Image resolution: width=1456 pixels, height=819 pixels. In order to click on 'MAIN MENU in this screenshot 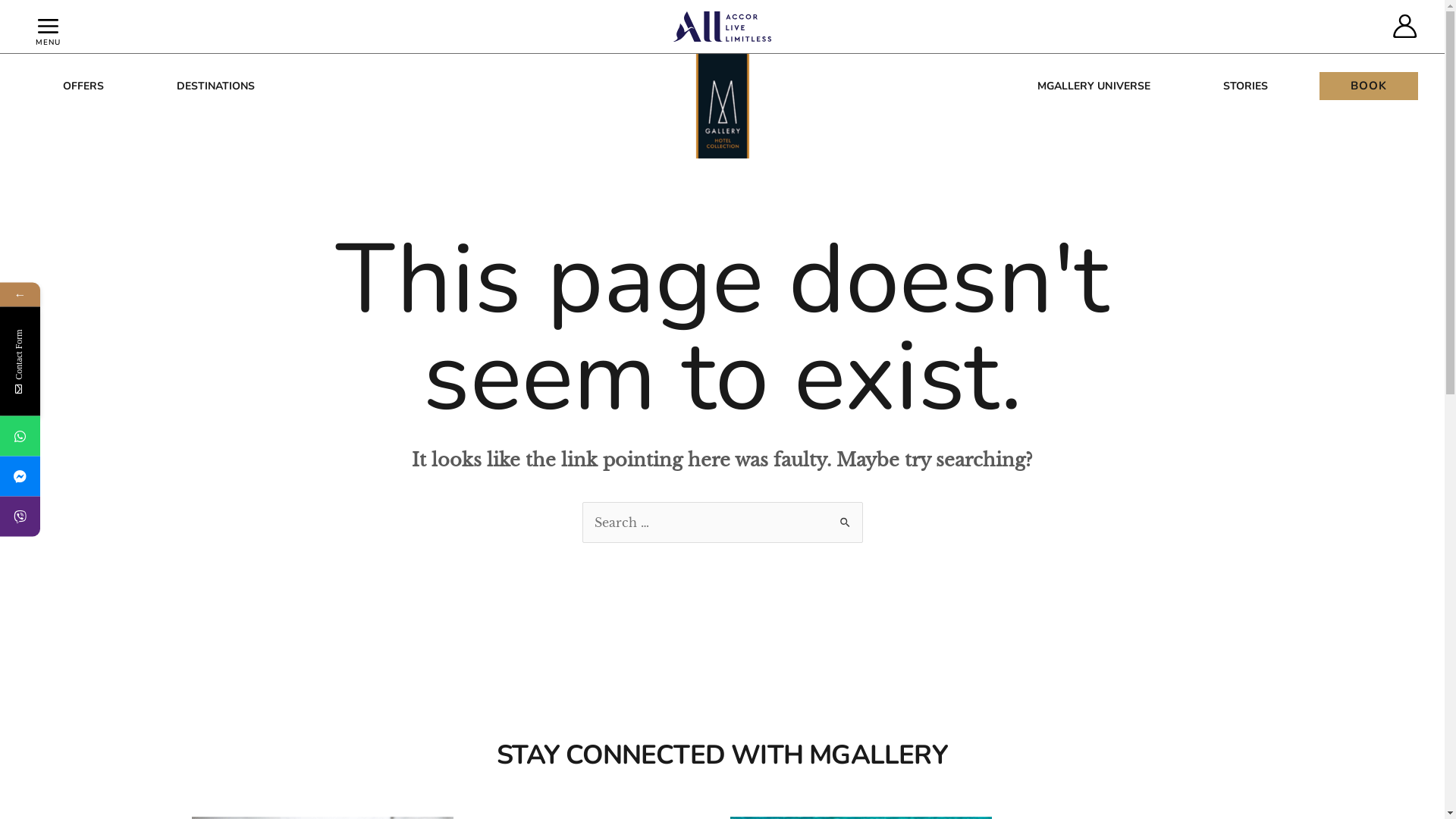, I will do `click(48, 26)`.